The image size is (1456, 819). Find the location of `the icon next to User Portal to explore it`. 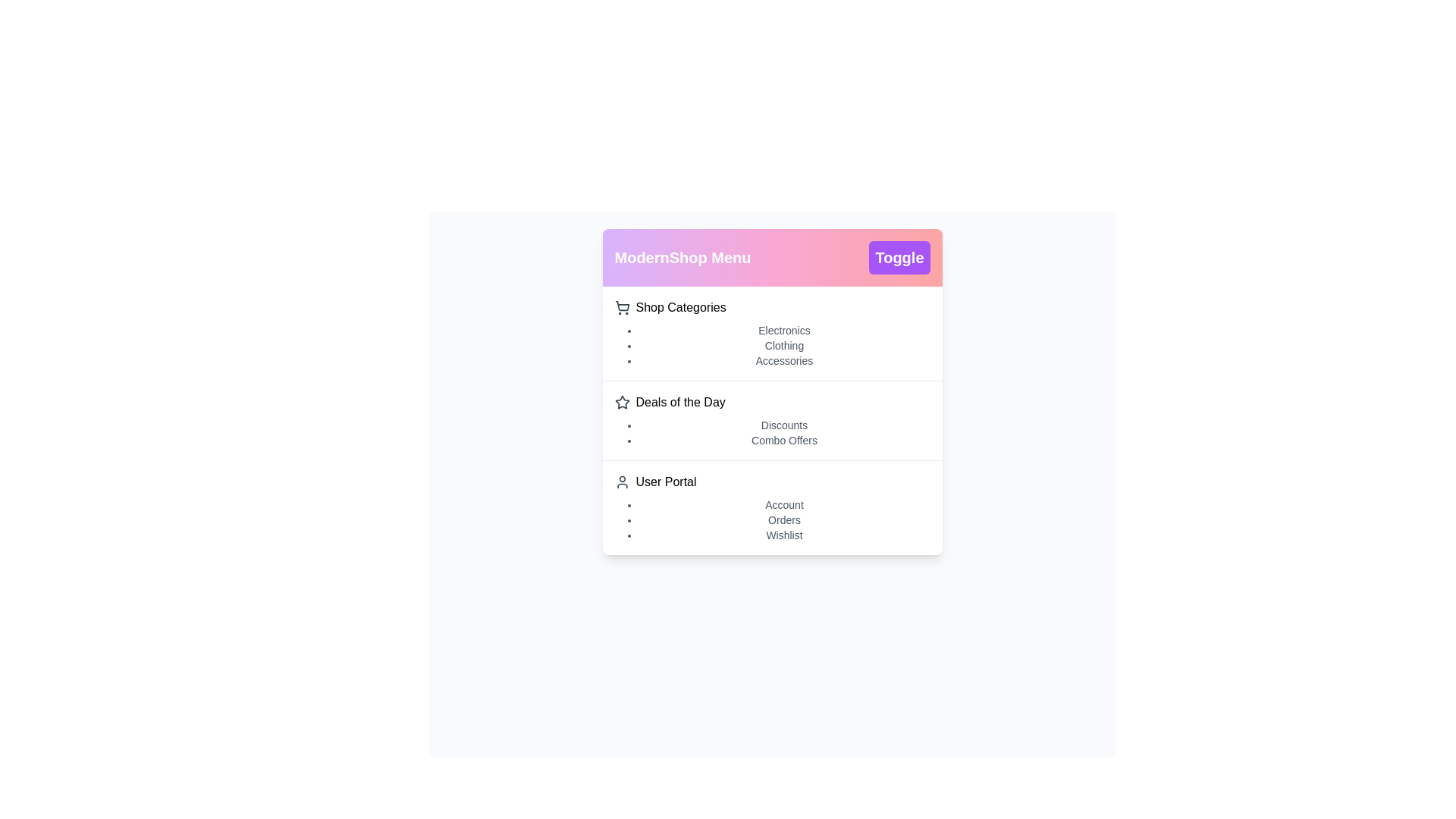

the icon next to User Portal to explore it is located at coordinates (622, 482).